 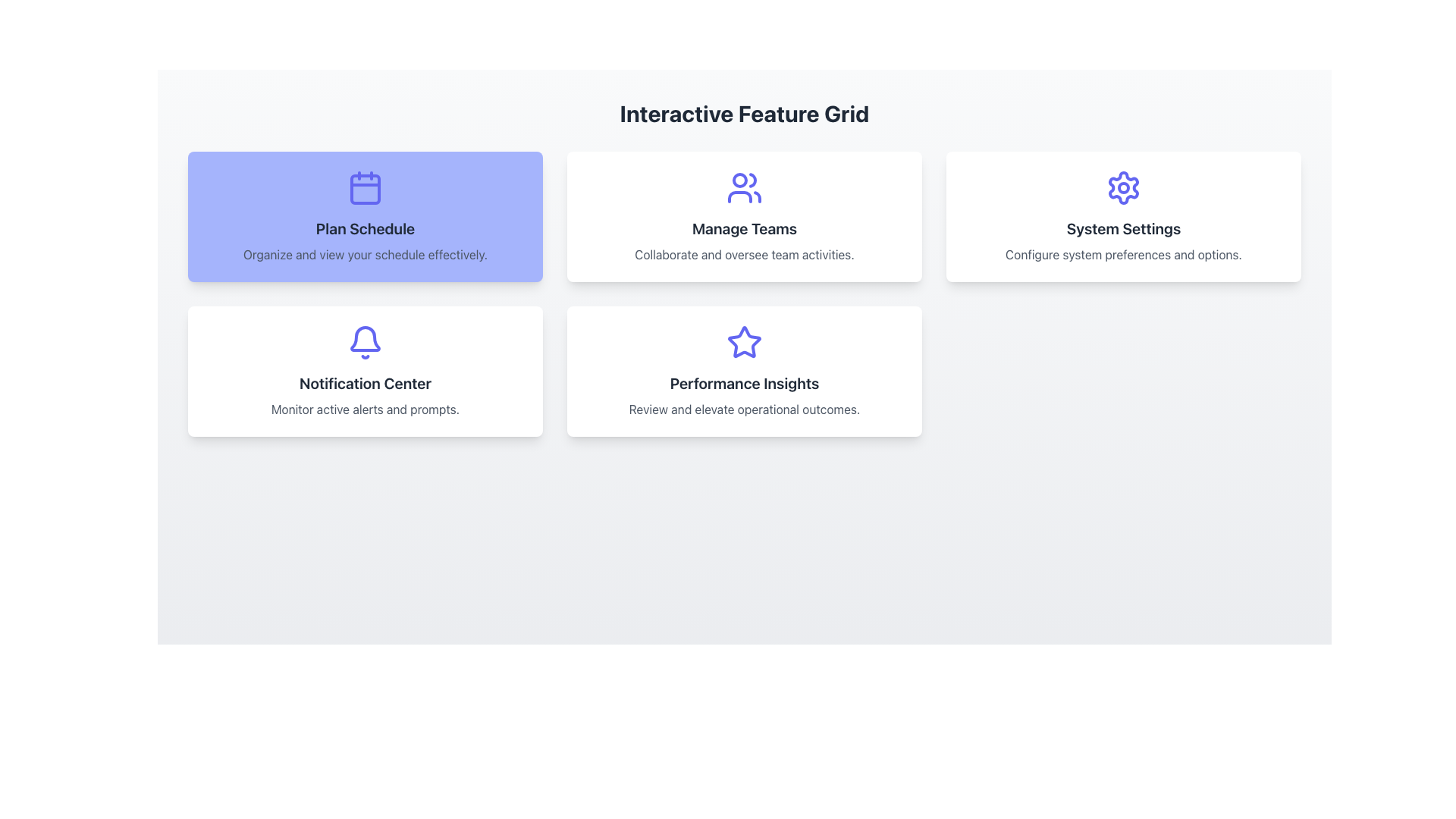 What do you see at coordinates (365, 338) in the screenshot?
I see `the decorative notification icon located in the 'Notification Center' feature card, positioned above the card's text content` at bounding box center [365, 338].